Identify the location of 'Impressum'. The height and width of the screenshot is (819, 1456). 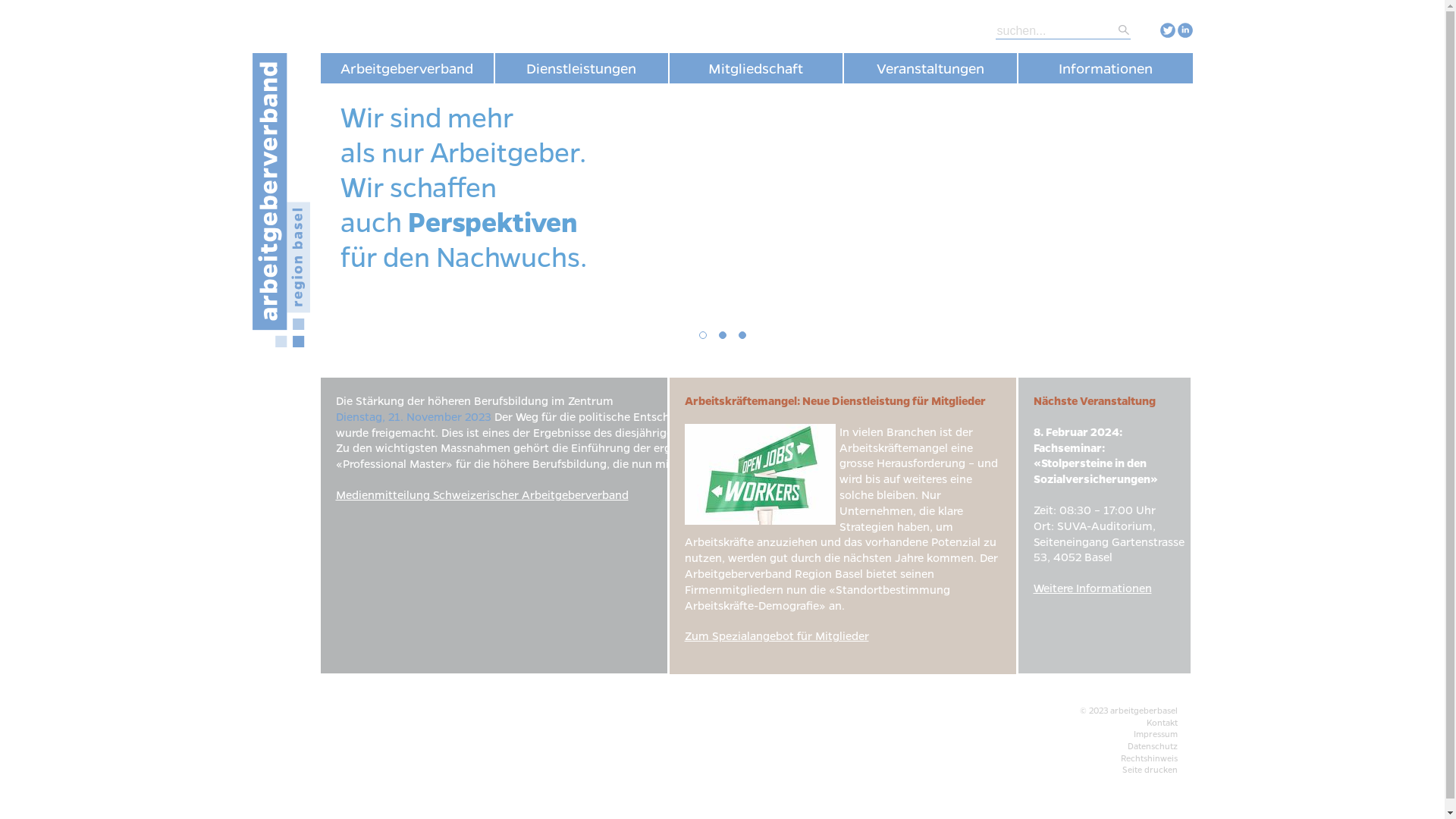
(1153, 733).